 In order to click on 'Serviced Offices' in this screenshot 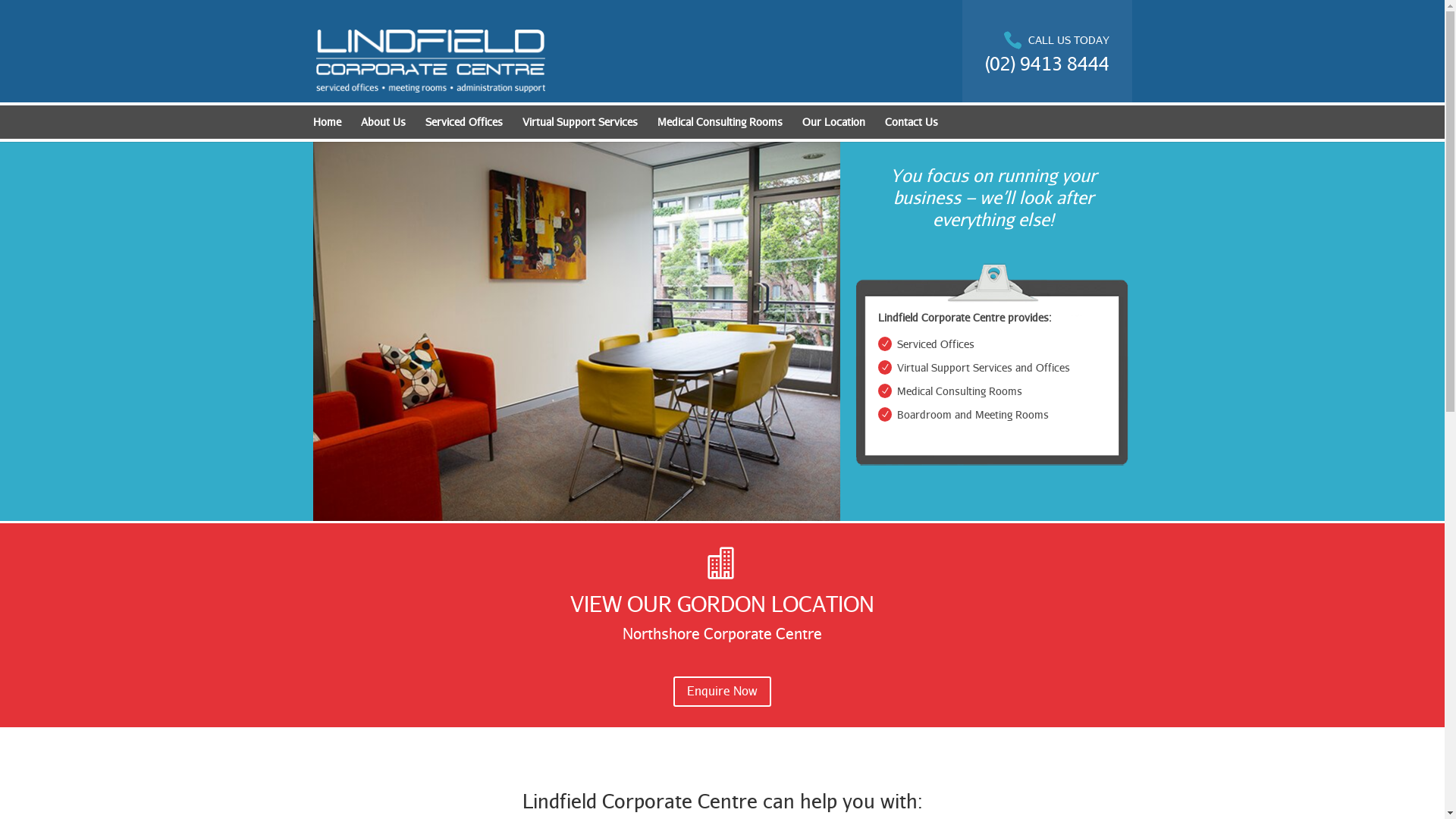, I will do `click(462, 124)`.